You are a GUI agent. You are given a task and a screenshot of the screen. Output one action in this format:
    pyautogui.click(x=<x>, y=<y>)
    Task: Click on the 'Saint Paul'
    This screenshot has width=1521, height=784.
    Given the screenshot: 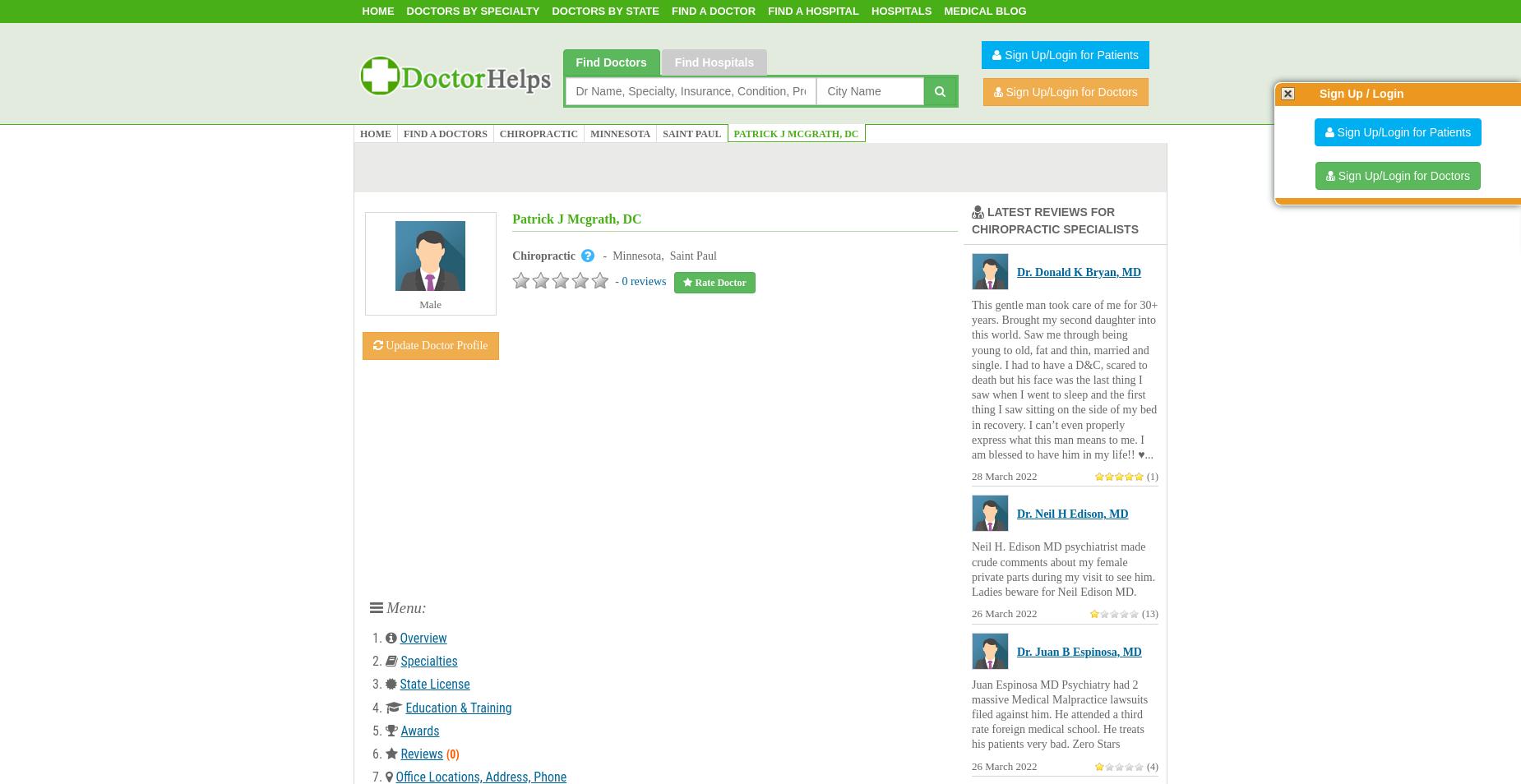 What is the action you would take?
    pyautogui.click(x=692, y=256)
    